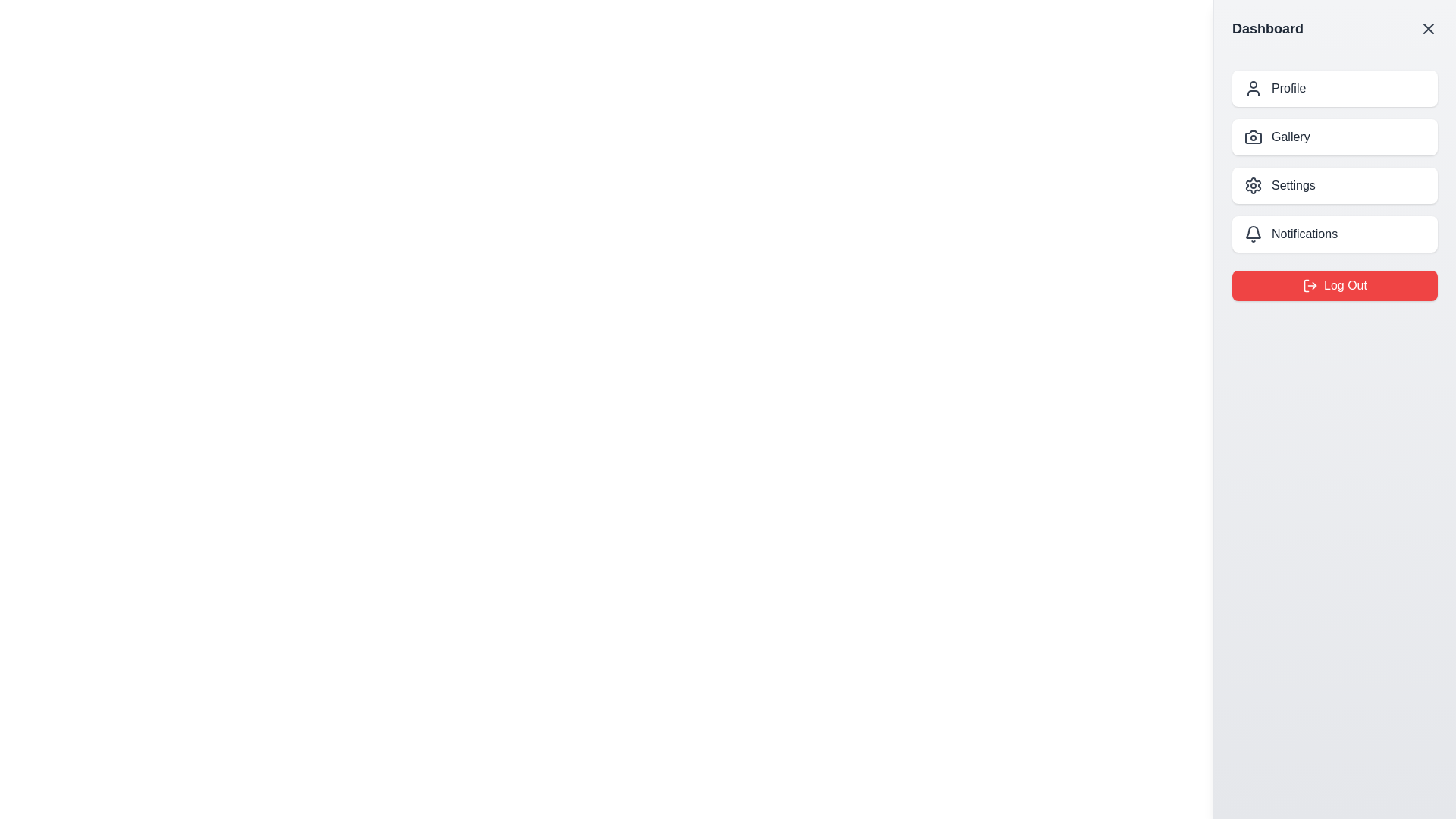 Image resolution: width=1456 pixels, height=819 pixels. What do you see at coordinates (1253, 88) in the screenshot?
I see `the user profile icon located in the top-left corner of the sidebar` at bounding box center [1253, 88].